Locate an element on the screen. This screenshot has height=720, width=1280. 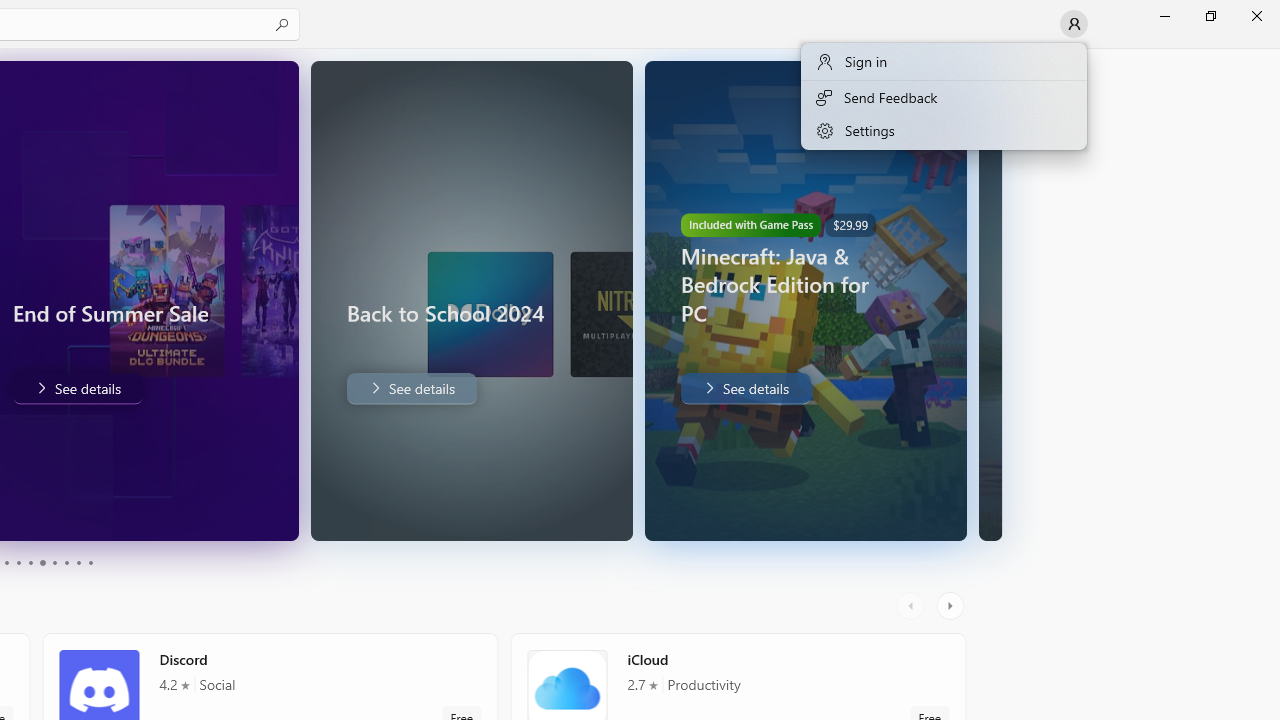
'AutomationID: RightScrollButton' is located at coordinates (951, 605).